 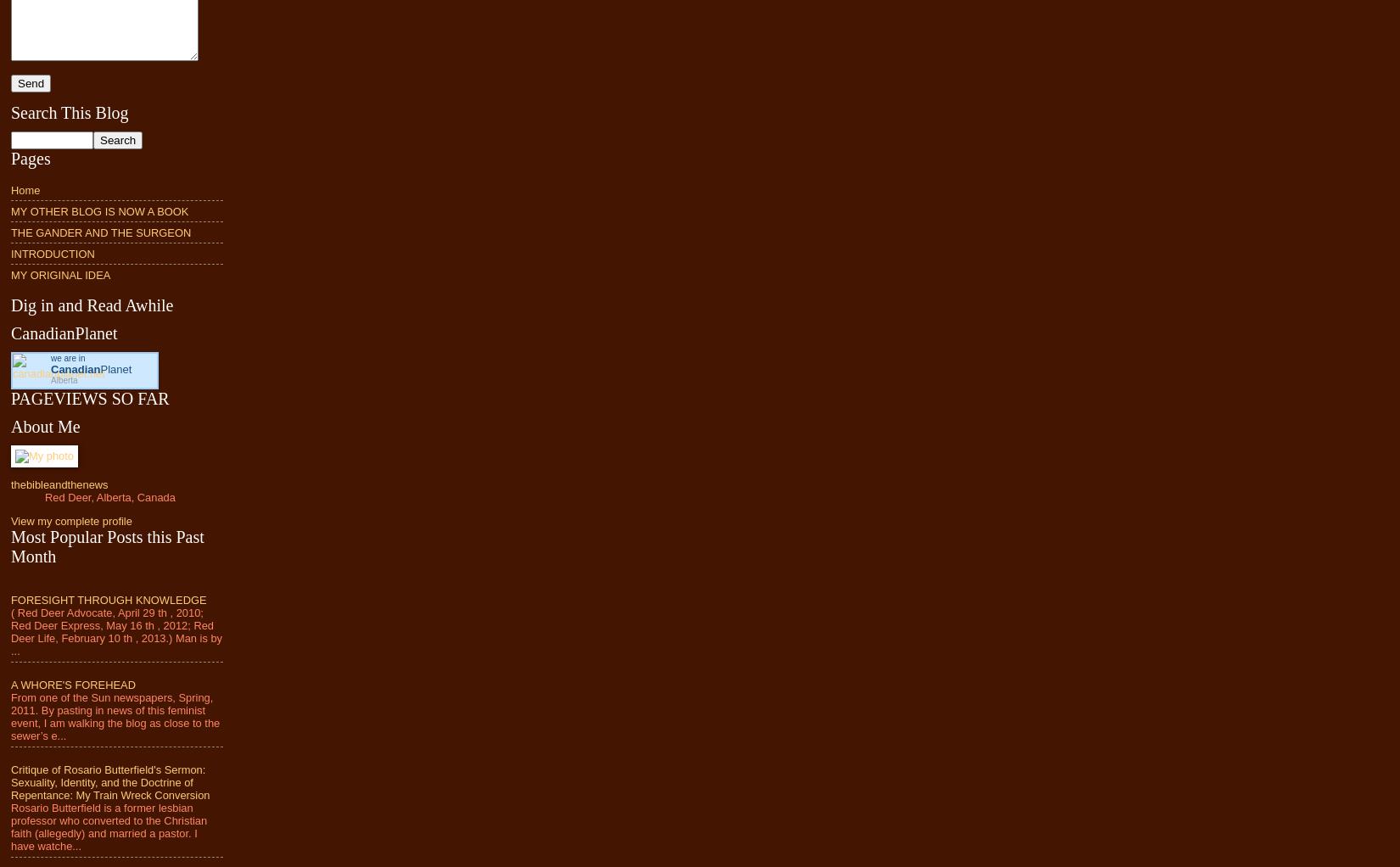 I want to click on 'CanadianPlanet', so click(x=64, y=332).